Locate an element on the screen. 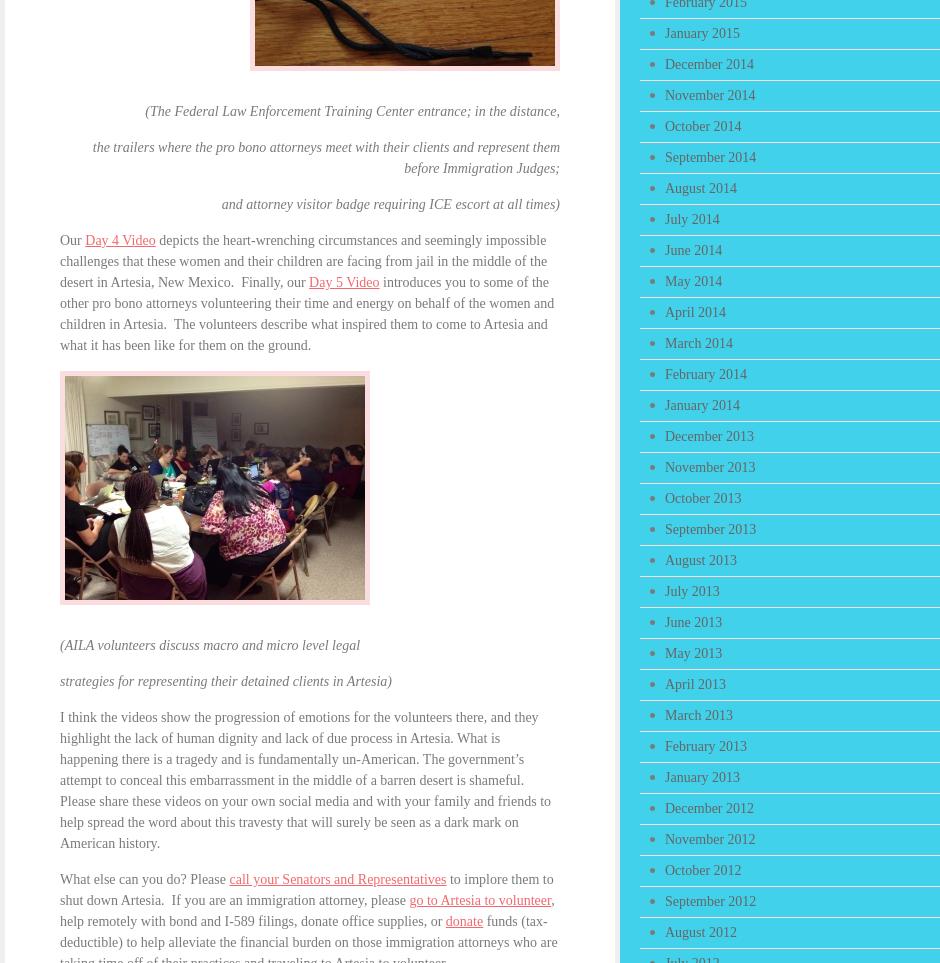 This screenshot has height=963, width=940. 'strategies for representing their detained clients in Artesia)' is located at coordinates (58, 681).